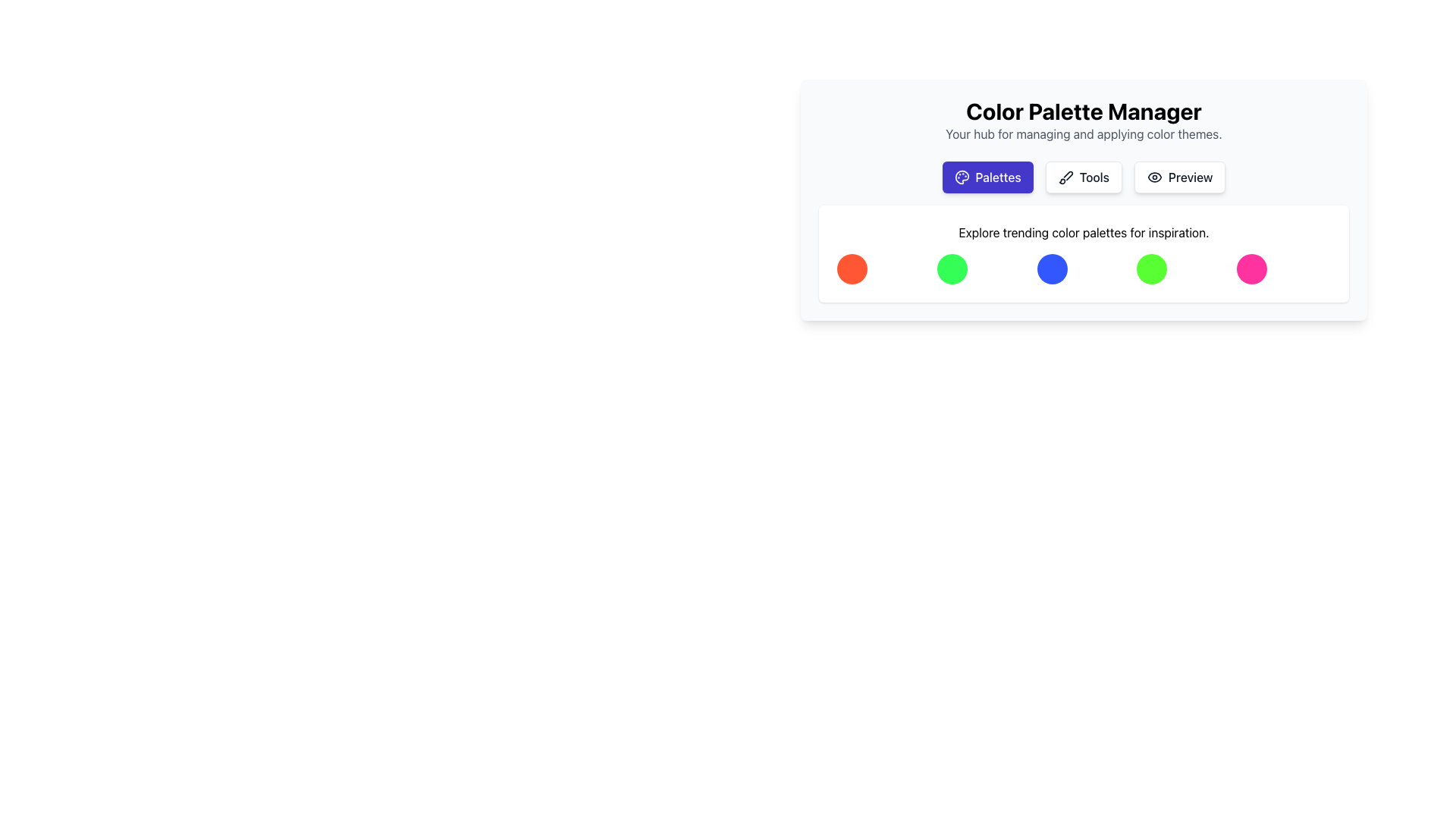 This screenshot has width=1456, height=819. I want to click on the icon representing a palette, which is the leftmost icon within the 'Palettes' button in the header section of the interface, so click(961, 177).